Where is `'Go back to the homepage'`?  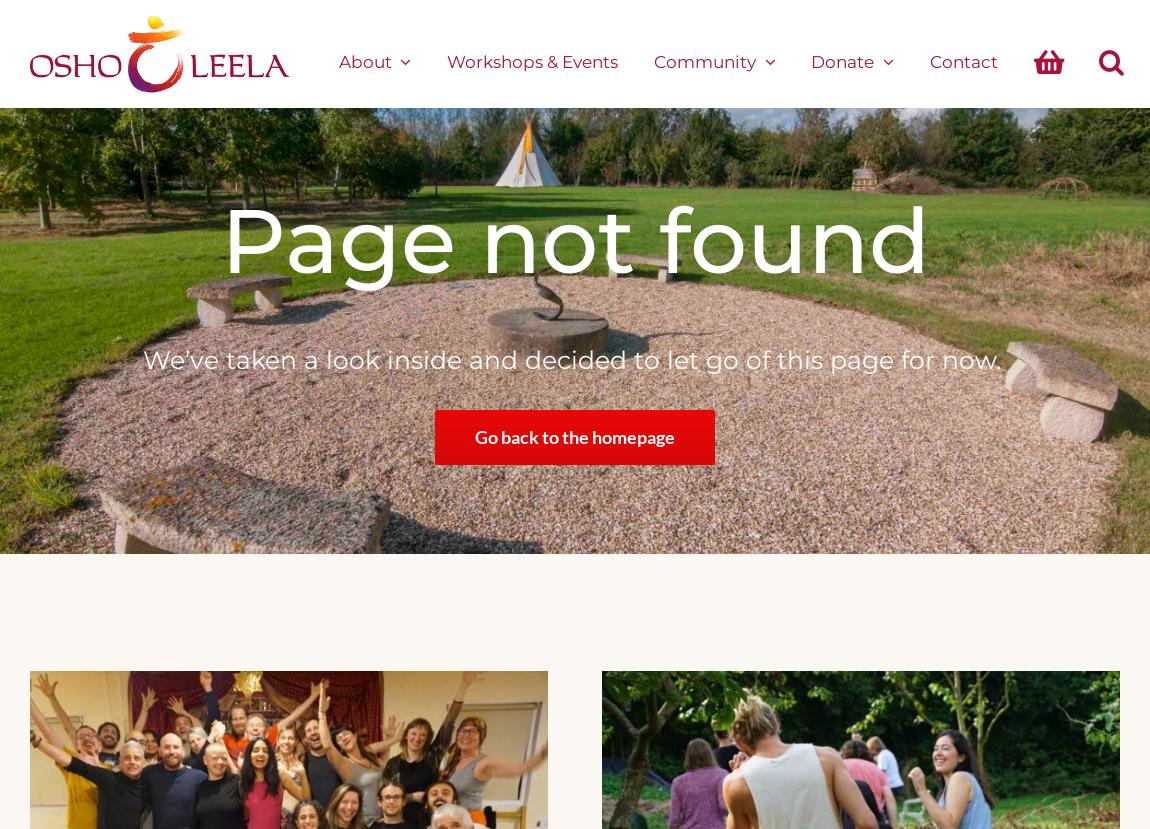 'Go back to the homepage' is located at coordinates (474, 434).